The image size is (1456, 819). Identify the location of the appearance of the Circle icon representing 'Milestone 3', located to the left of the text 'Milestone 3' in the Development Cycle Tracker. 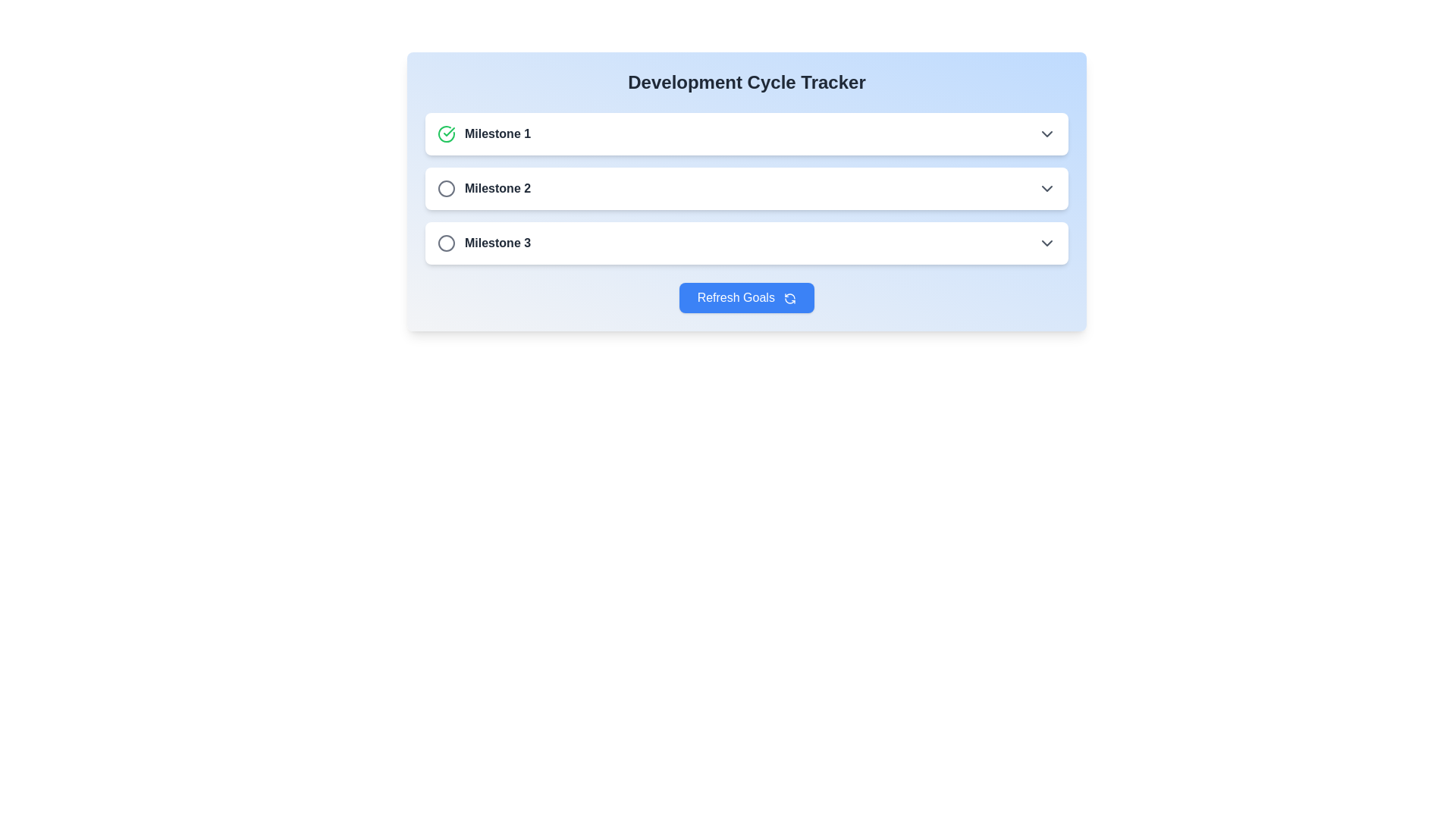
(446, 242).